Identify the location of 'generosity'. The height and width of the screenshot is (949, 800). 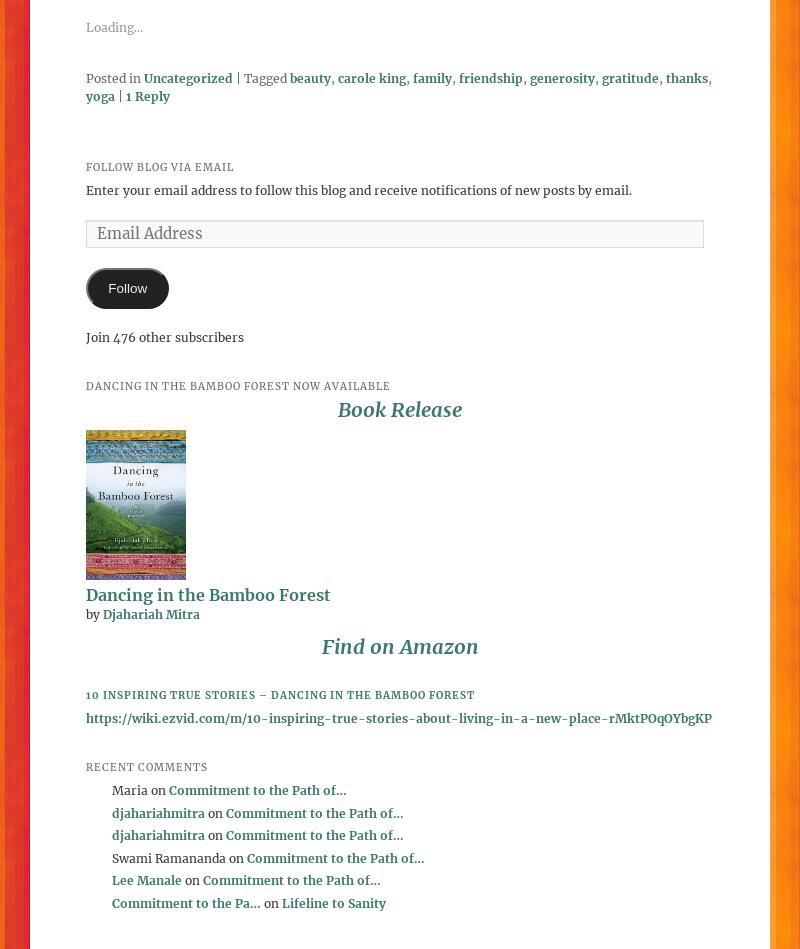
(562, 77).